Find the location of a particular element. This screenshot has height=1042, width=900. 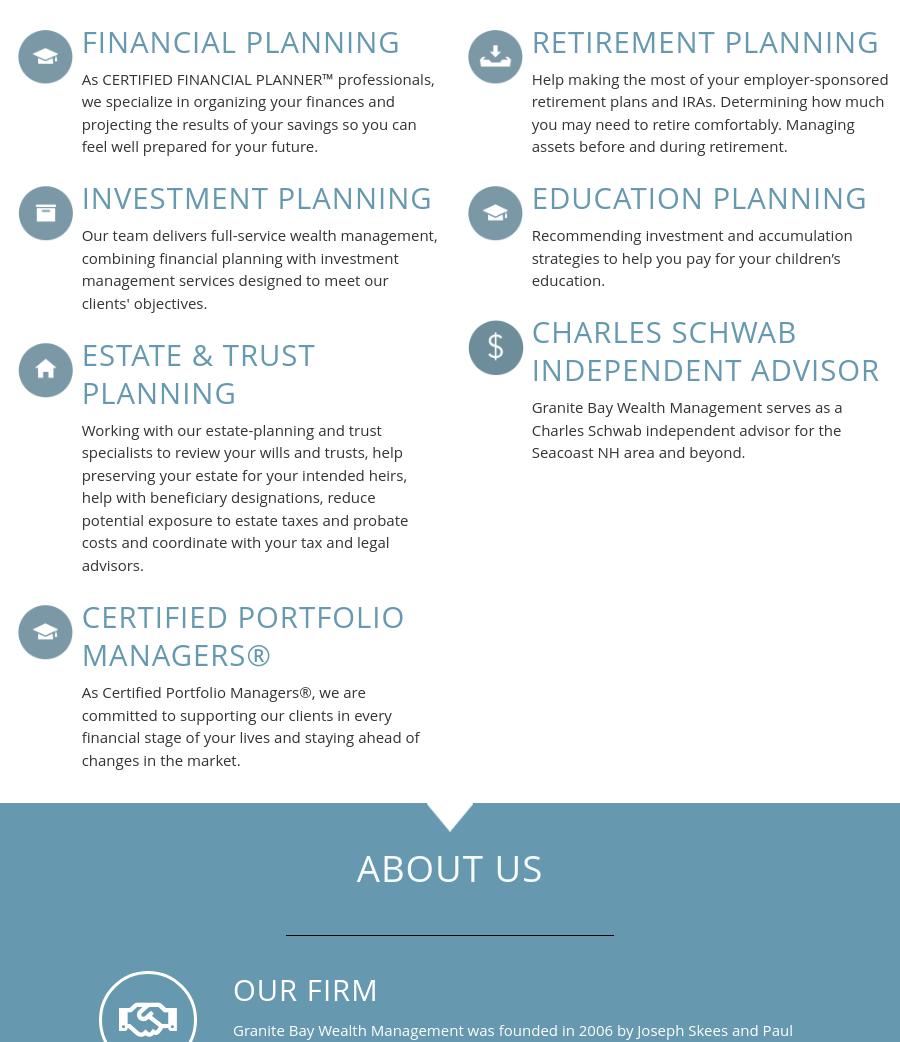

'Recommending investment and accumulation strategies to help you pay for your children’s education.' is located at coordinates (690, 256).